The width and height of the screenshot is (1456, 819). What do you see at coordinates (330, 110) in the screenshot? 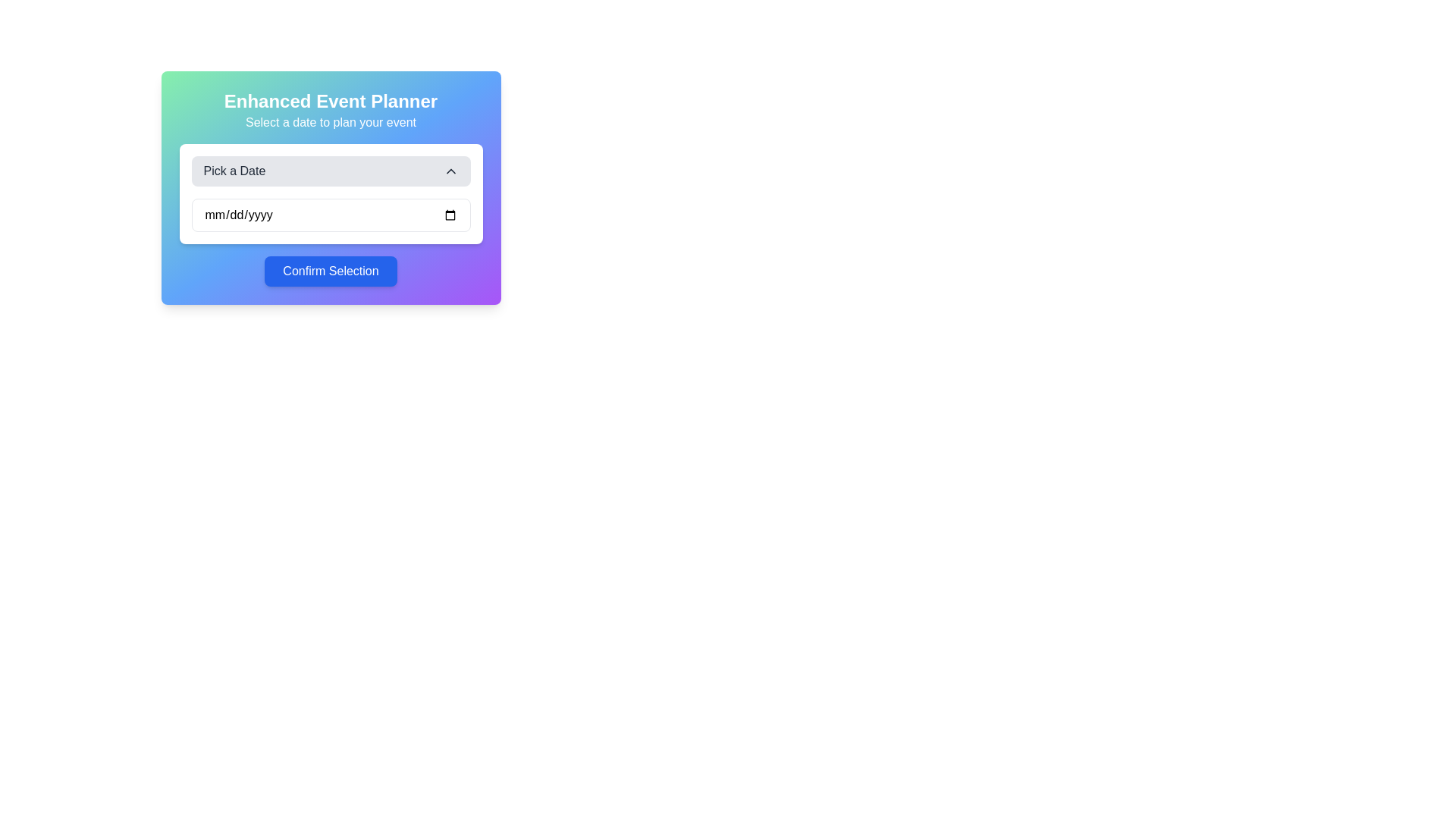
I see `the text-based header with a subheading that introduces the event planning functionality, located at the top section of the card, above 'Pick a Date' and 'Confirm Selection' button` at bounding box center [330, 110].